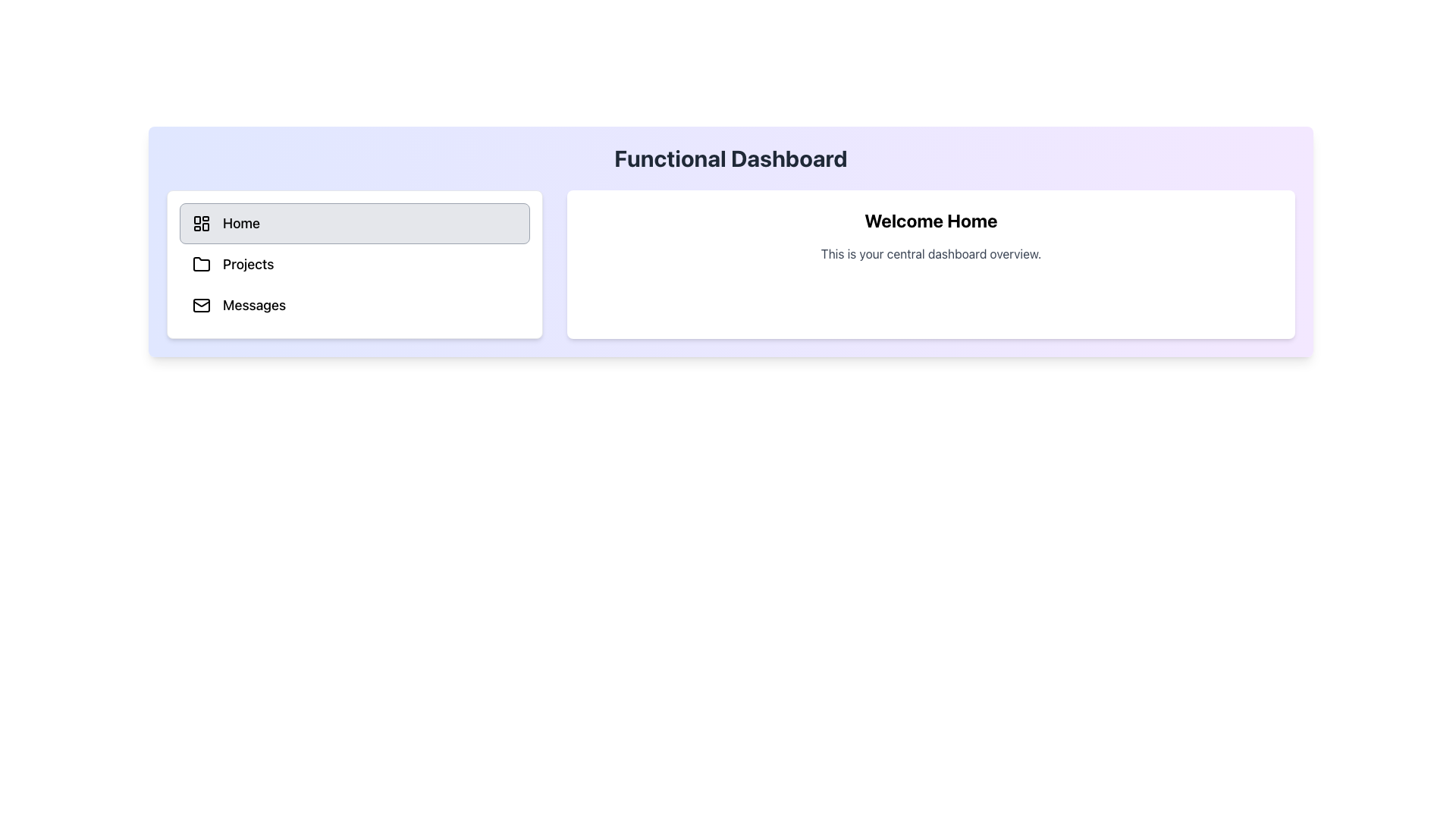  What do you see at coordinates (930, 220) in the screenshot?
I see `the bold text 'Welcome Home', which is styled in a large font size and aligned to the right, located at the top of the second column under 'Functional Dashboard'` at bounding box center [930, 220].